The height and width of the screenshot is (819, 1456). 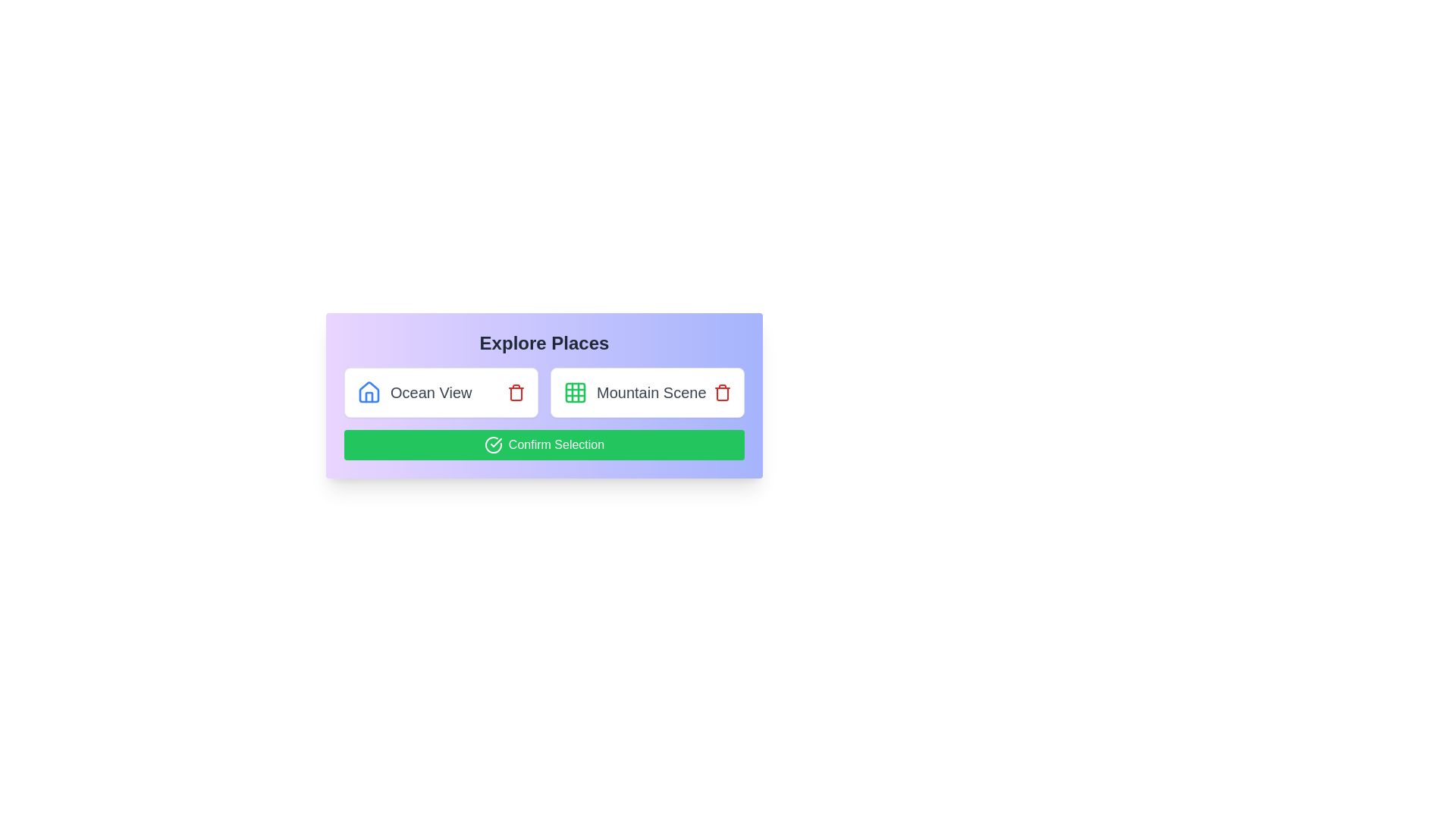 What do you see at coordinates (516, 391) in the screenshot?
I see `the delete icon button located at the top right corner of the 'Ocean View' card` at bounding box center [516, 391].